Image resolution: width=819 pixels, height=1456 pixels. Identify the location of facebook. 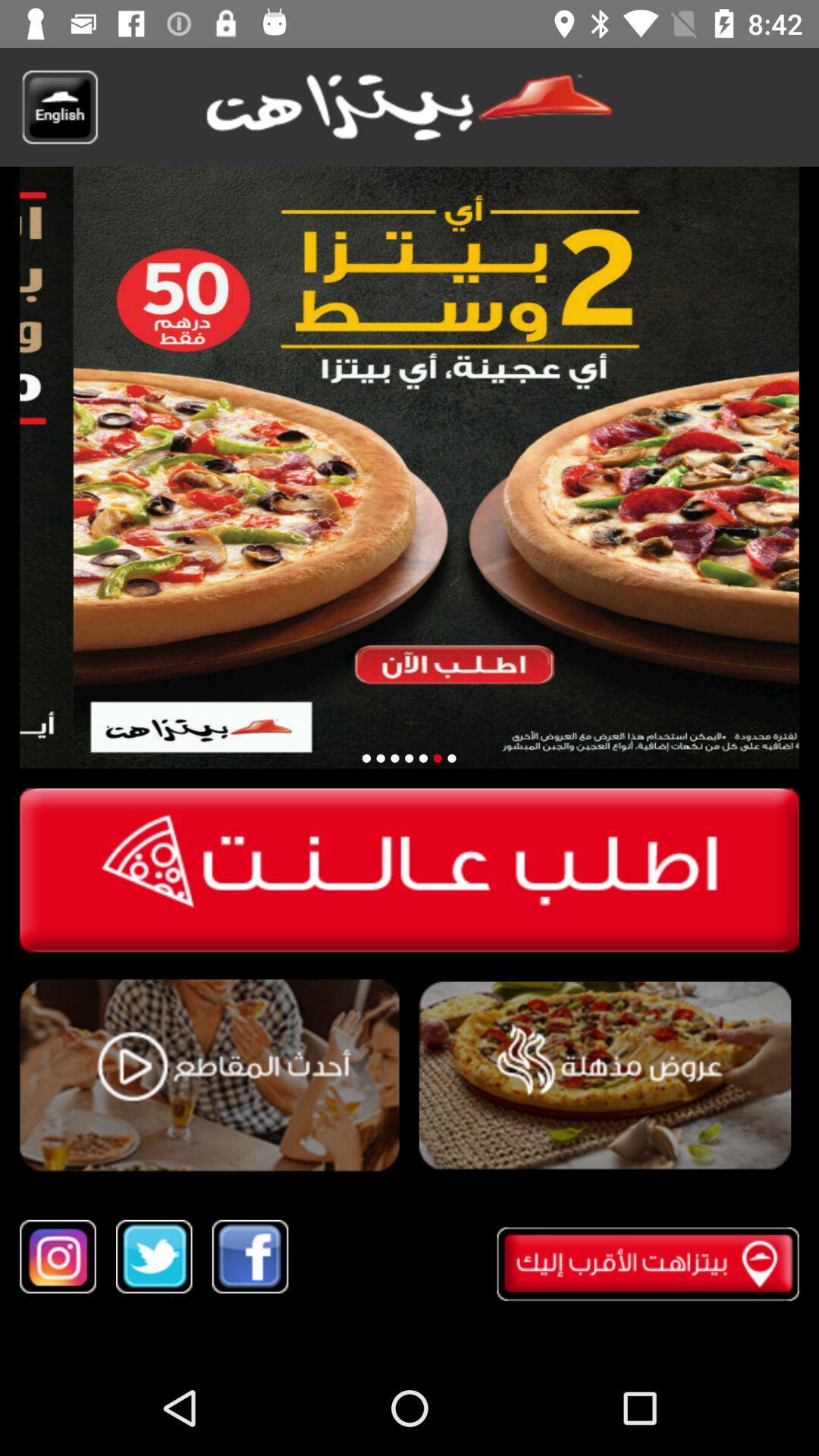
(249, 1257).